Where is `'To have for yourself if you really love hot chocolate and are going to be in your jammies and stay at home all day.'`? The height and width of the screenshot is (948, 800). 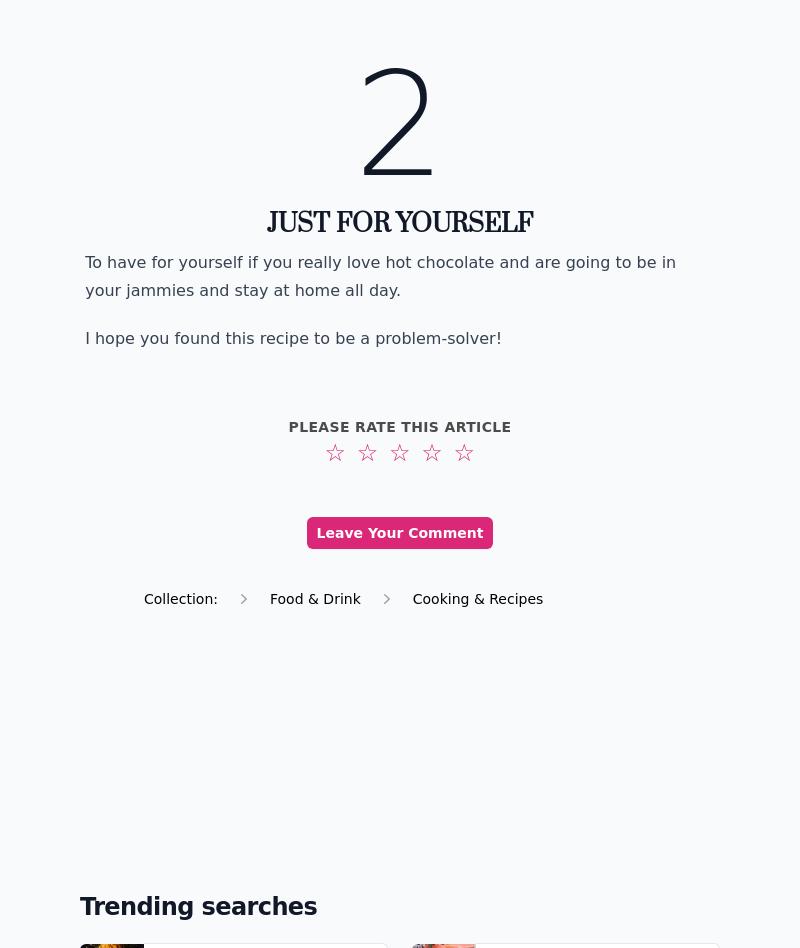 'To have for yourself if you really love hot chocolate and are going to be in your jammies and stay at home all day.' is located at coordinates (379, 275).